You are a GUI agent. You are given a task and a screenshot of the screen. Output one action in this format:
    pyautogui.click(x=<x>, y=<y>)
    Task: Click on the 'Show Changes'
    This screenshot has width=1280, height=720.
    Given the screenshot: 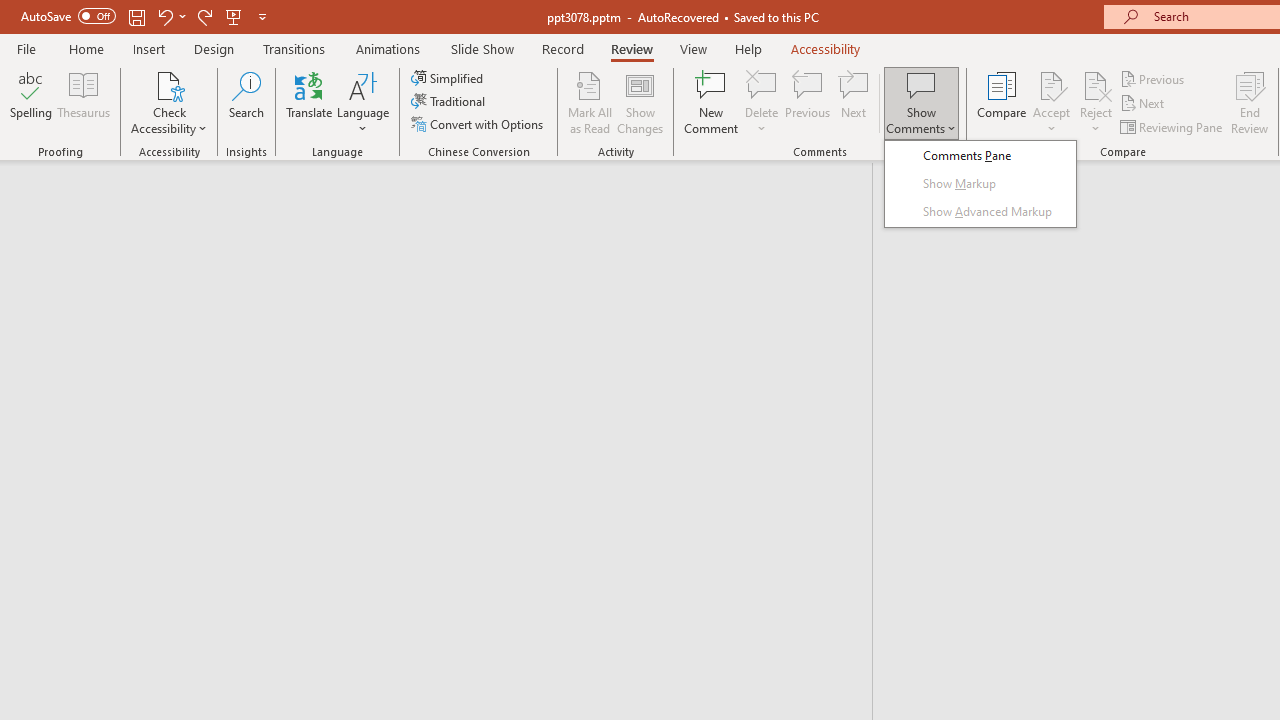 What is the action you would take?
    pyautogui.click(x=640, y=103)
    